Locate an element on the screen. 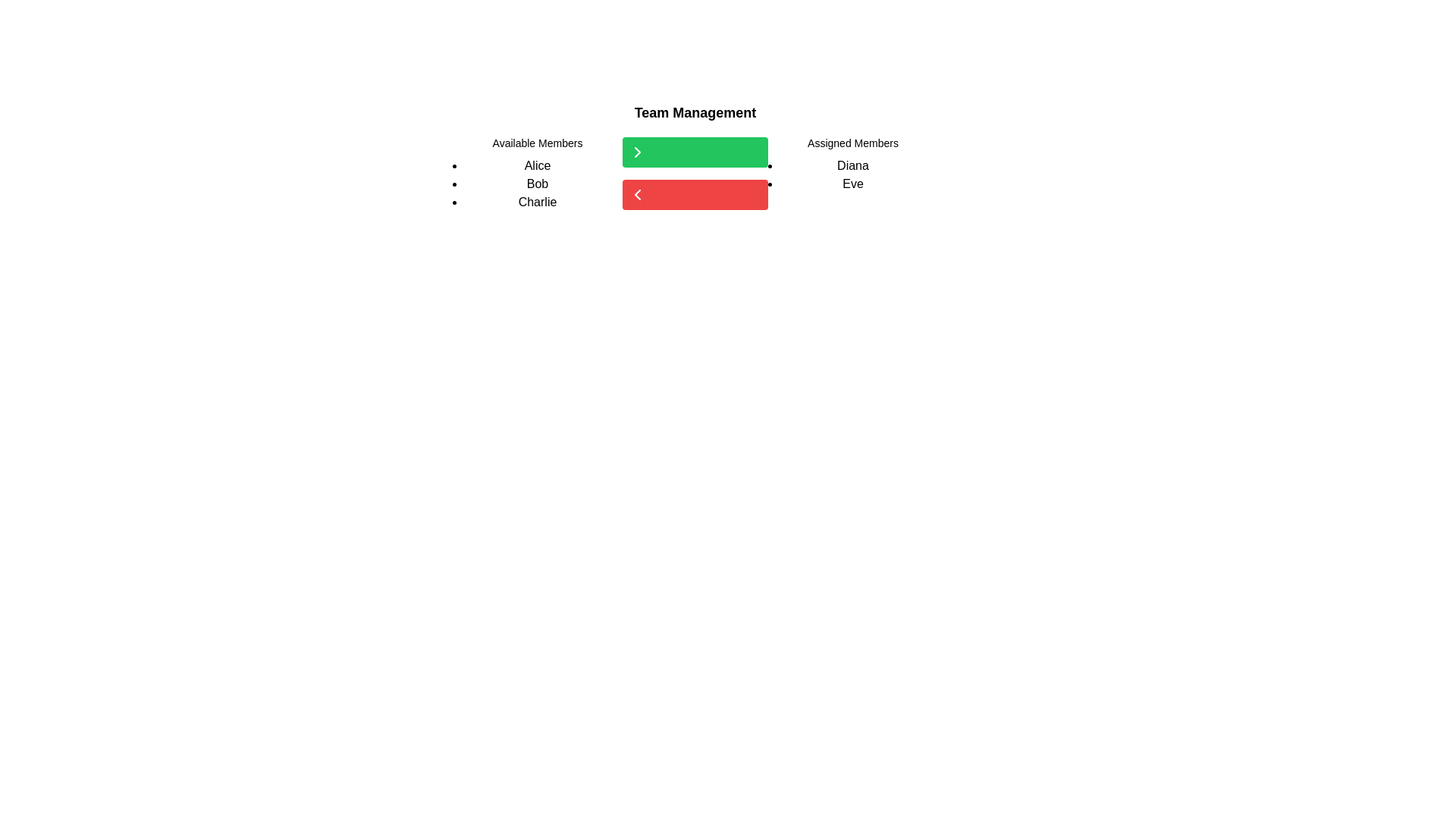 The height and width of the screenshot is (819, 1456). the center of the SVG Icon for assigning members in the Team Management section is located at coordinates (637, 152).